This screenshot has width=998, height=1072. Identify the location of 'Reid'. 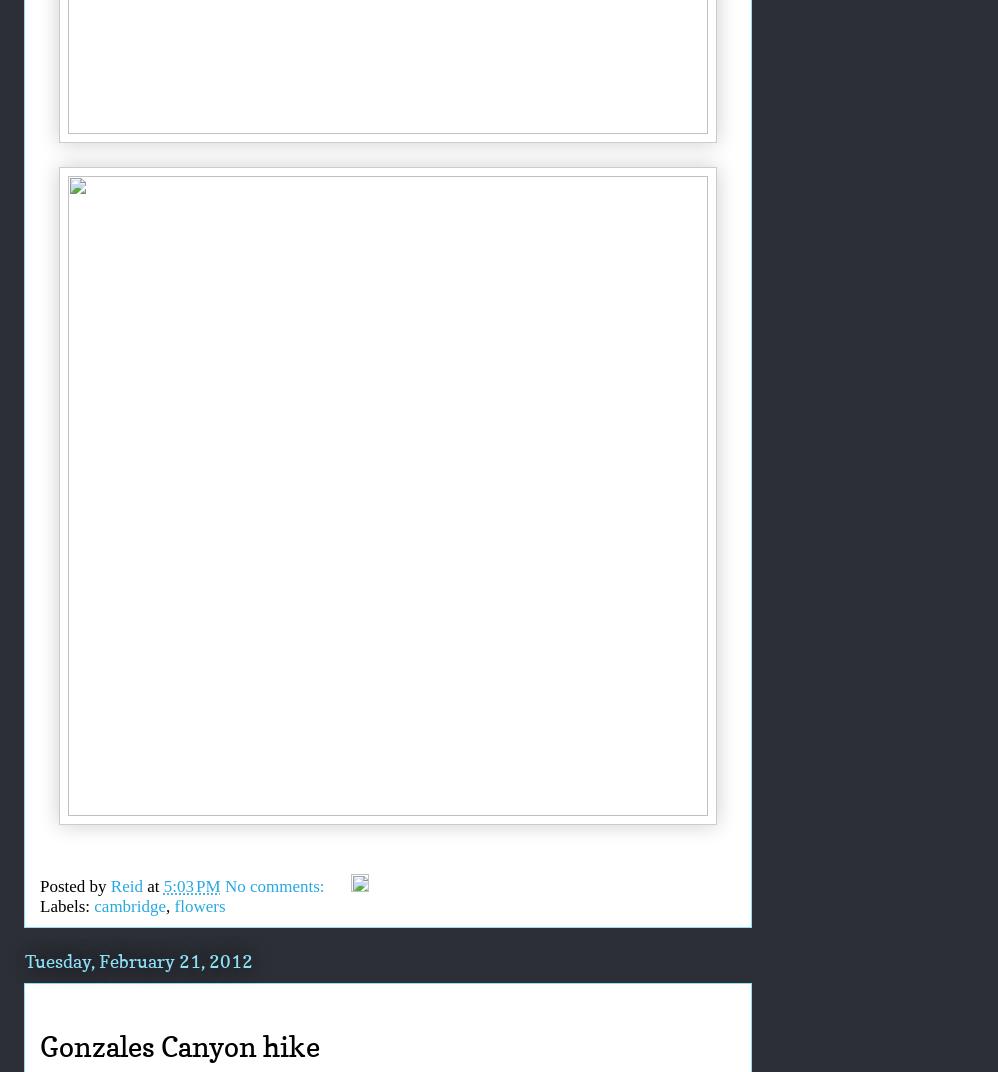
(126, 886).